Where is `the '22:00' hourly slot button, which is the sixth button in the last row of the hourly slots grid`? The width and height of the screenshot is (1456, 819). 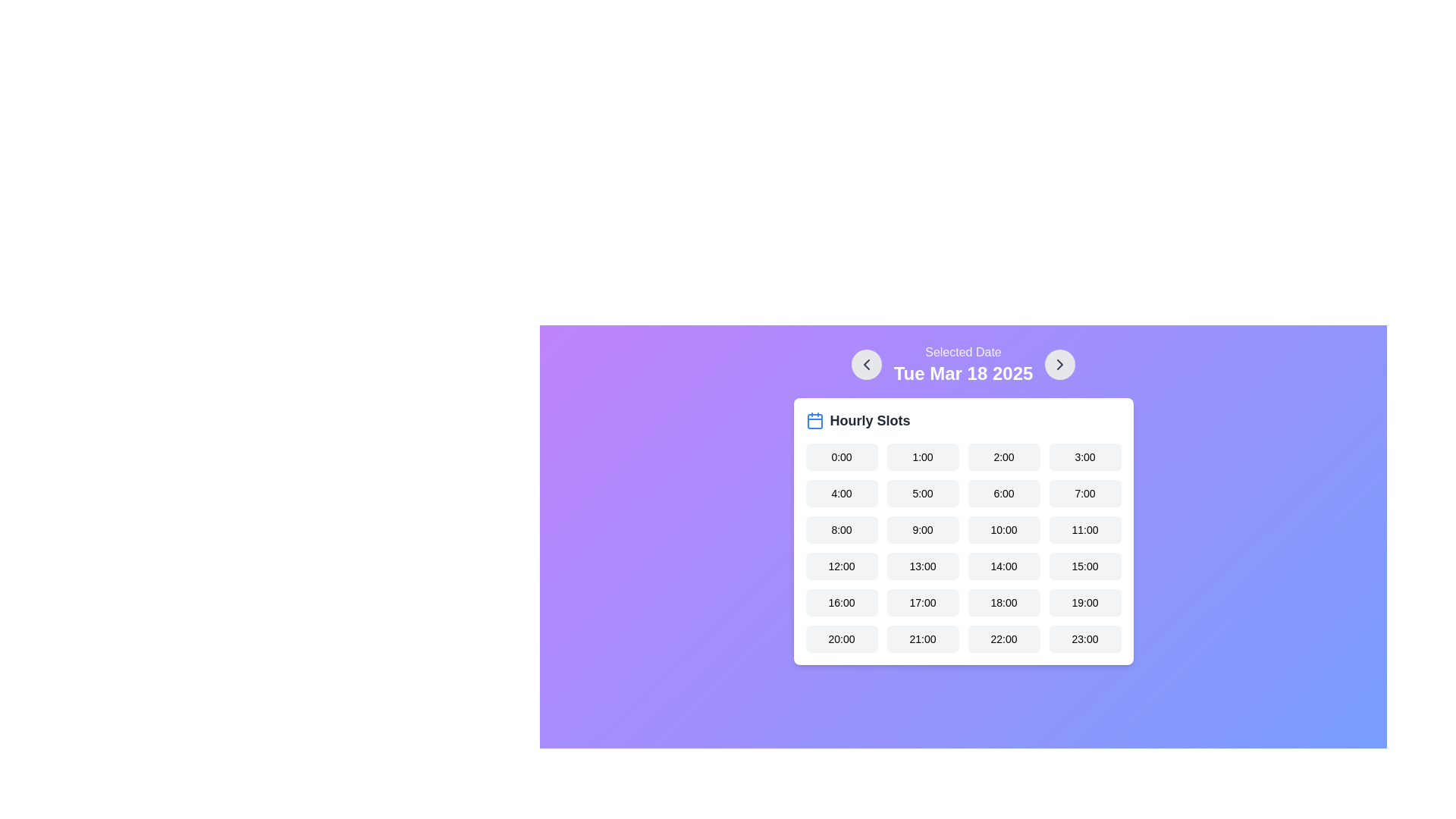 the '22:00' hourly slot button, which is the sixth button in the last row of the hourly slots grid is located at coordinates (1004, 639).